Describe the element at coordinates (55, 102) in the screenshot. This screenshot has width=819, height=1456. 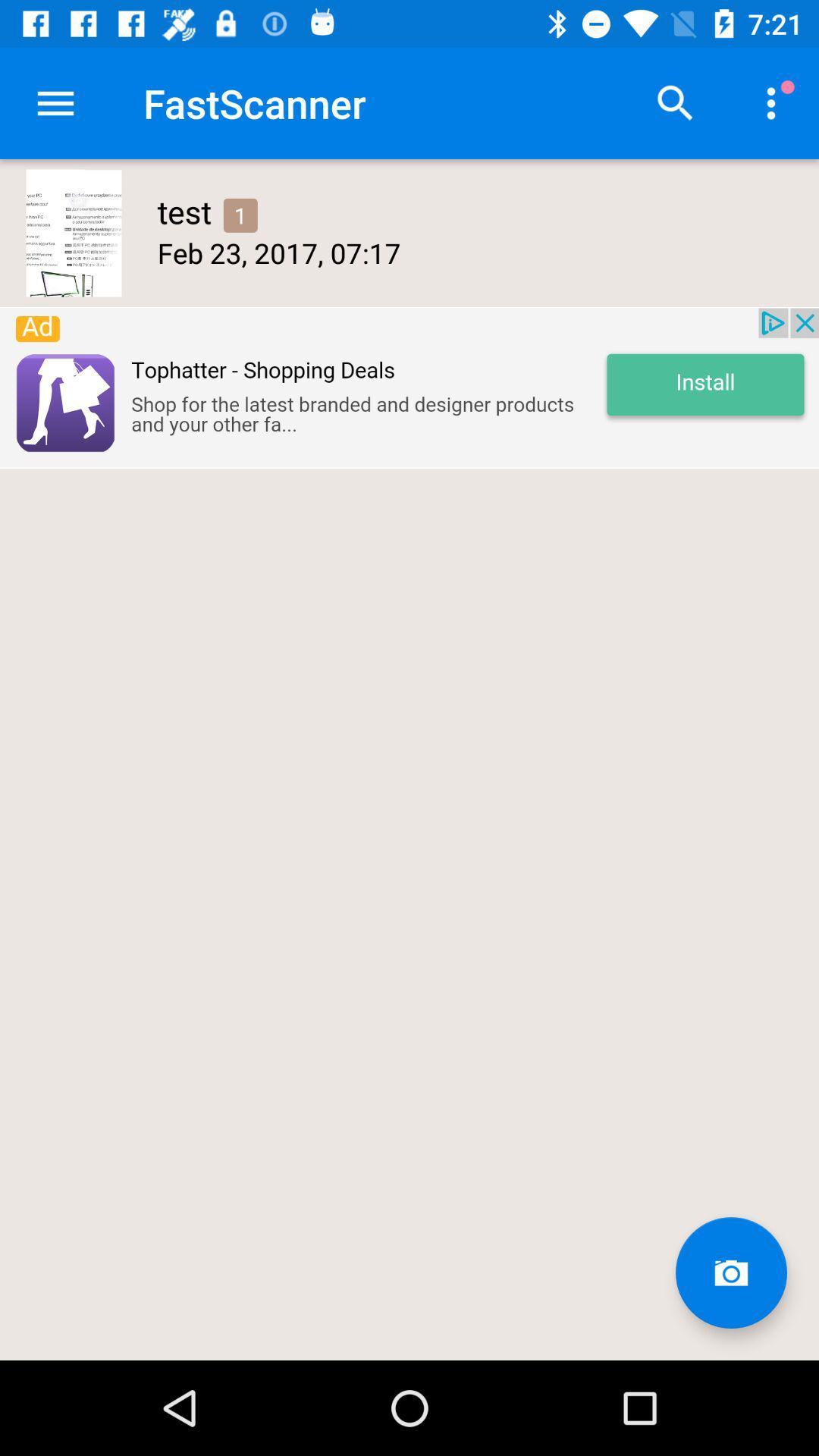
I see `menu button` at that location.